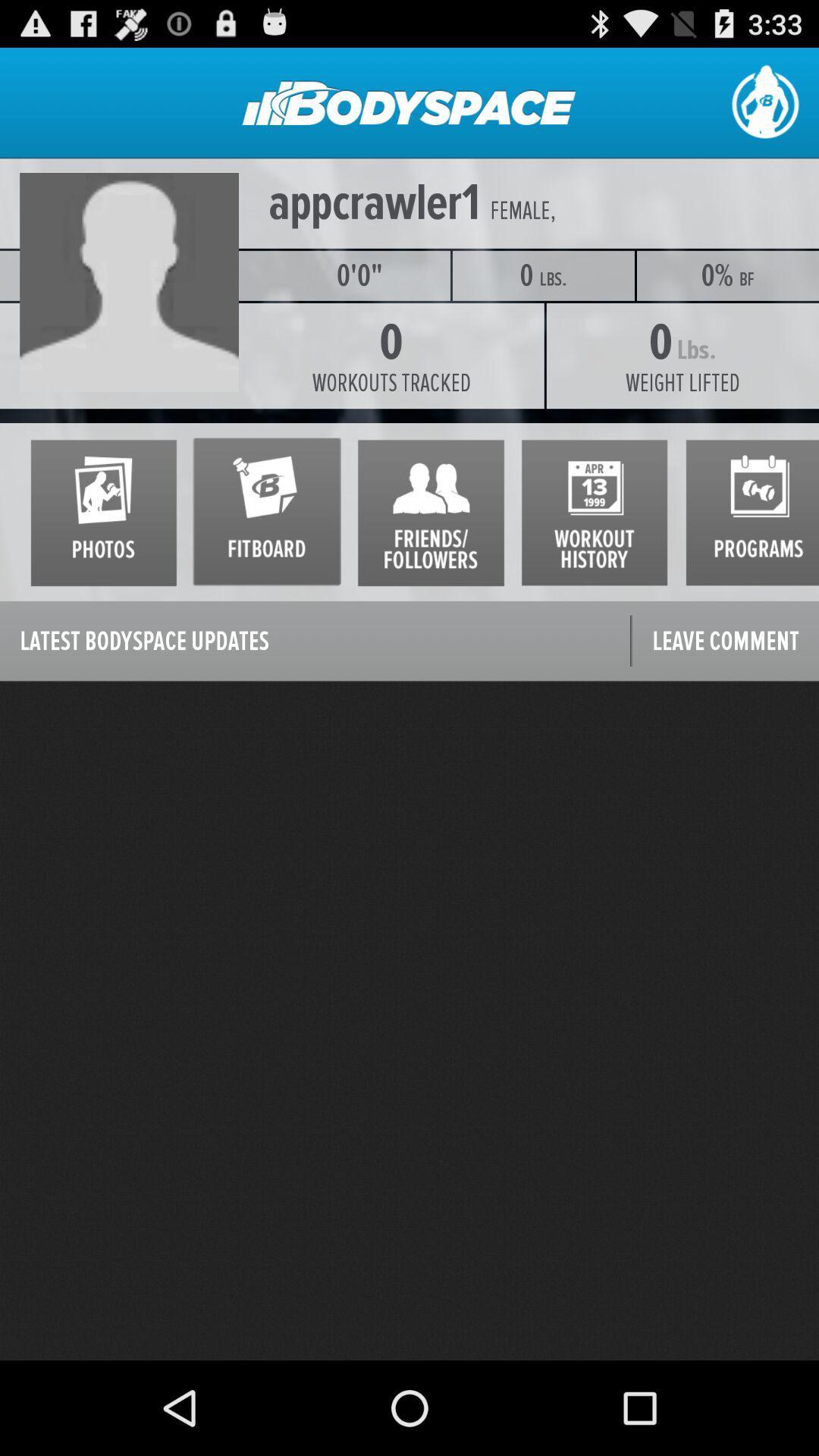 The image size is (819, 1456). Describe the element at coordinates (519, 210) in the screenshot. I see `the icon next to the , icon` at that location.